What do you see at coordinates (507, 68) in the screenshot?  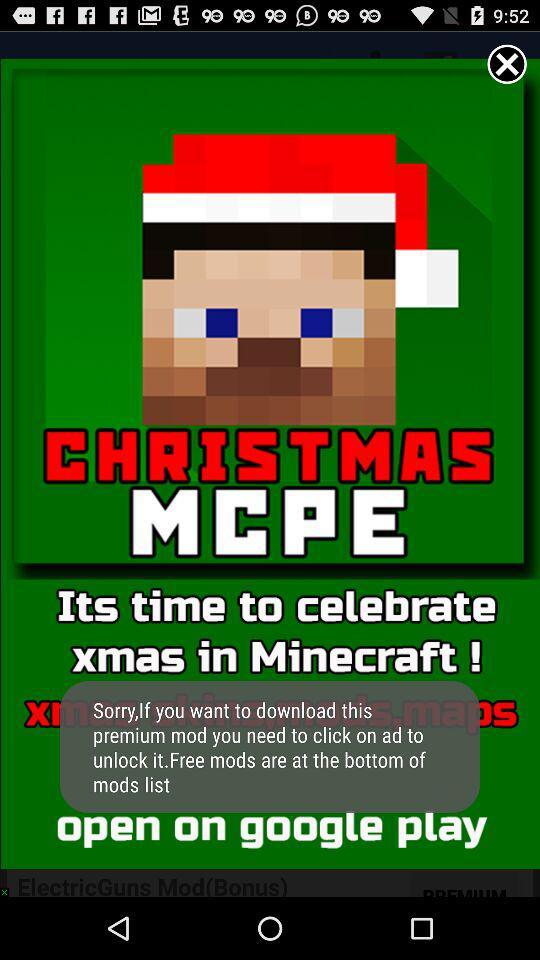 I see `the close icon` at bounding box center [507, 68].